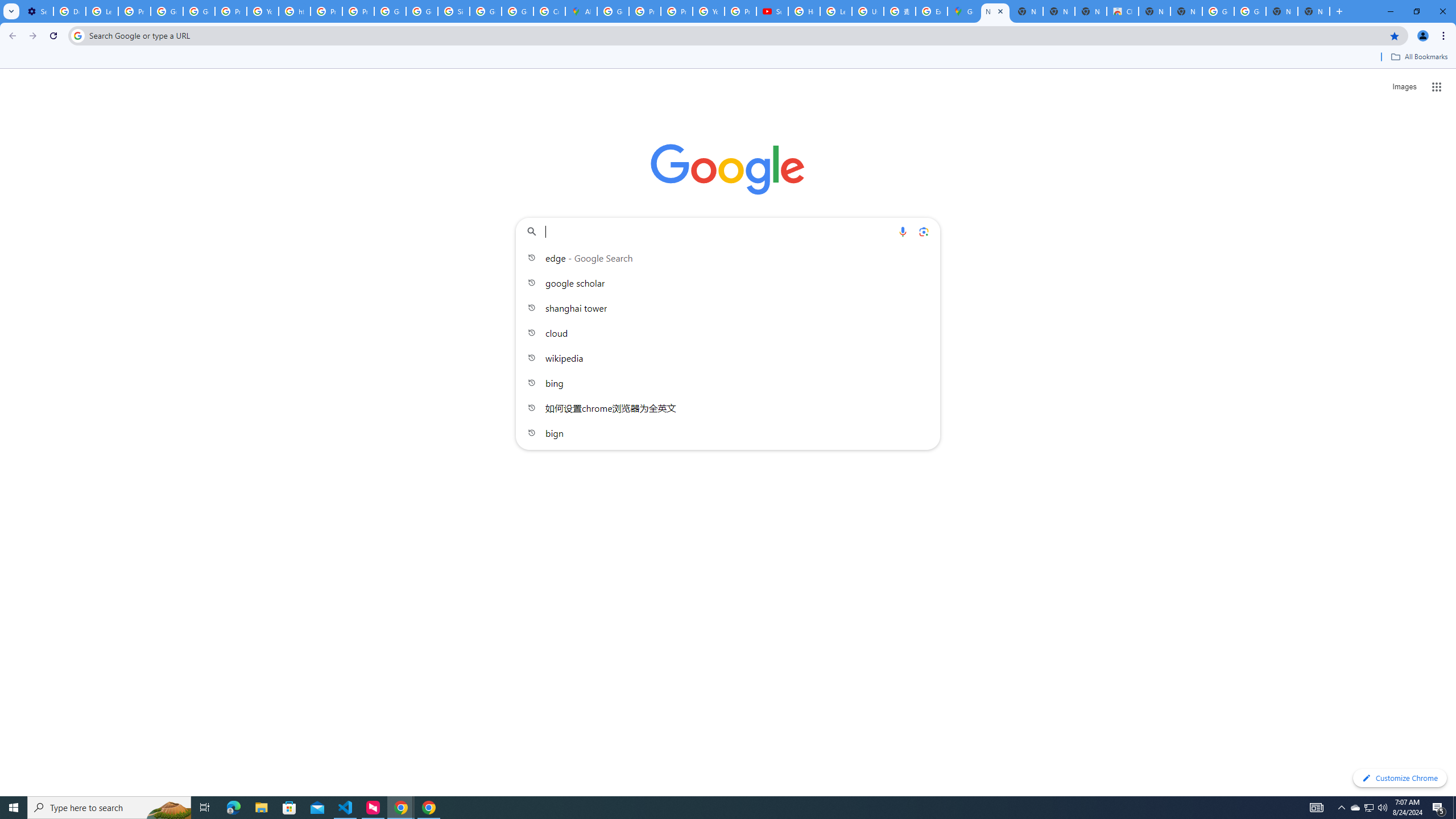 The height and width of the screenshot is (819, 1456). What do you see at coordinates (294, 11) in the screenshot?
I see `'https://scholar.google.com/'` at bounding box center [294, 11].